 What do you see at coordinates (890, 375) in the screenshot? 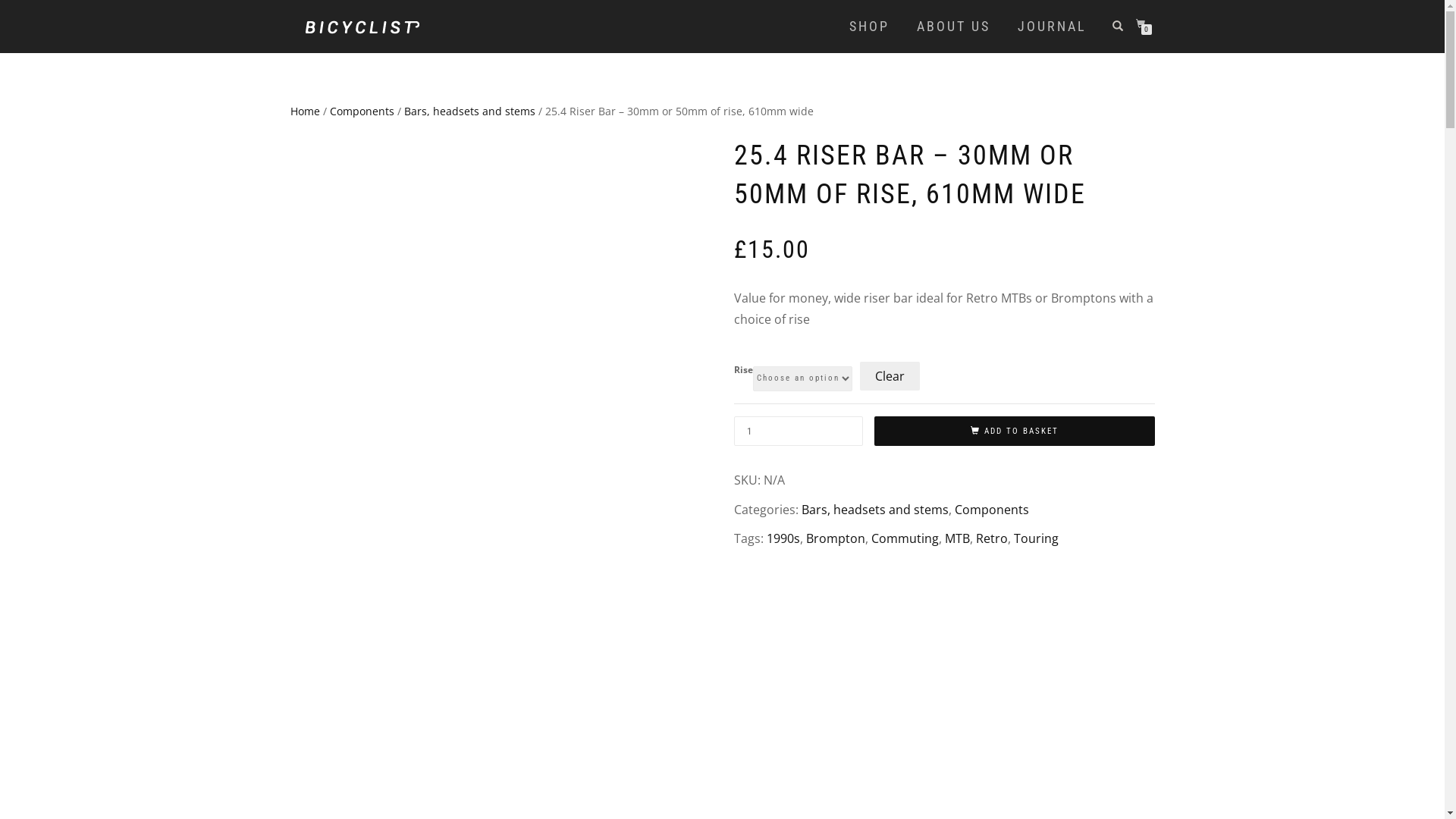
I see `'Clear'` at bounding box center [890, 375].